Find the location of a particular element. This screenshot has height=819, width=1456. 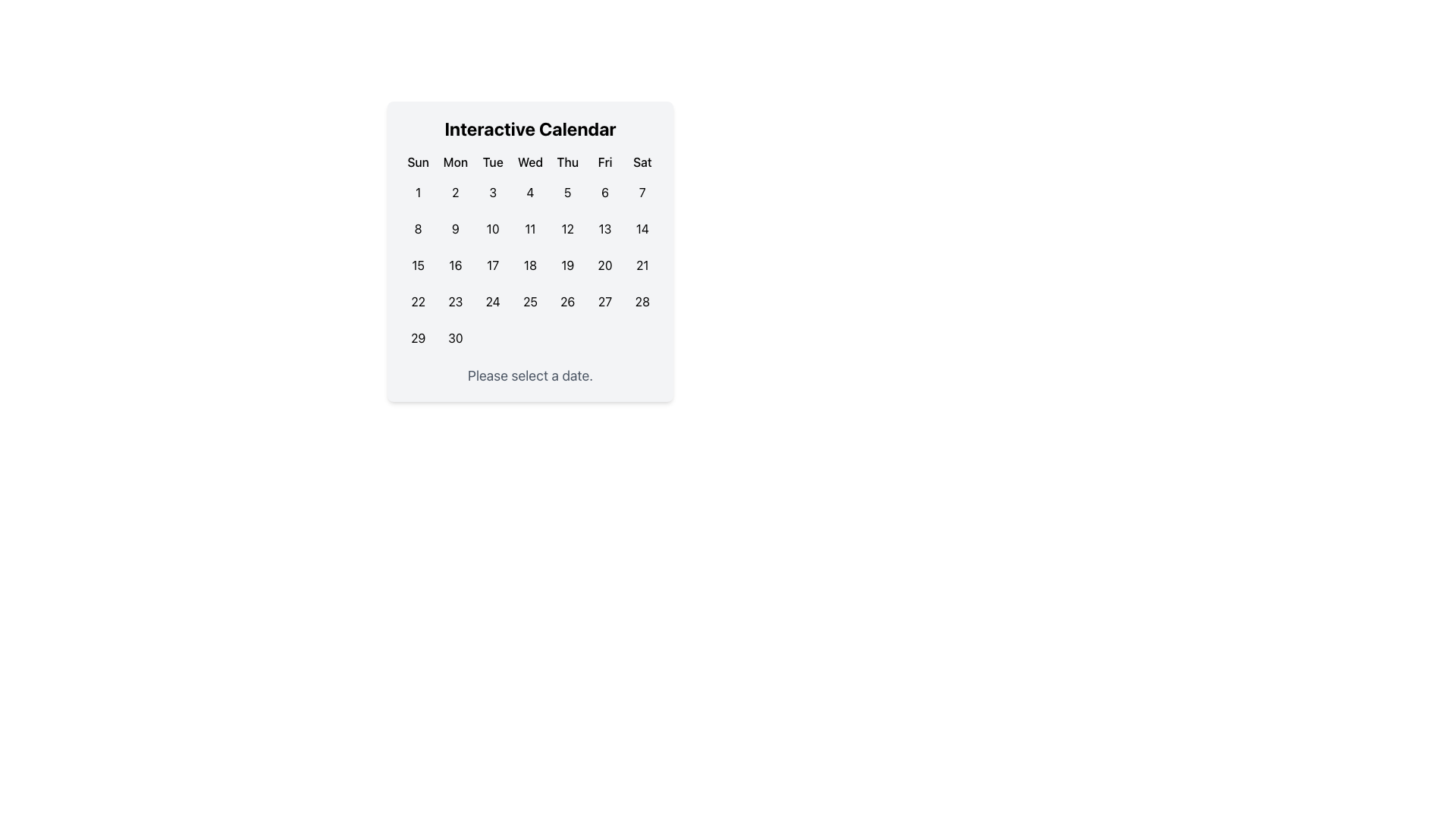

the selectable date number '6' in the calendar grid is located at coordinates (604, 192).